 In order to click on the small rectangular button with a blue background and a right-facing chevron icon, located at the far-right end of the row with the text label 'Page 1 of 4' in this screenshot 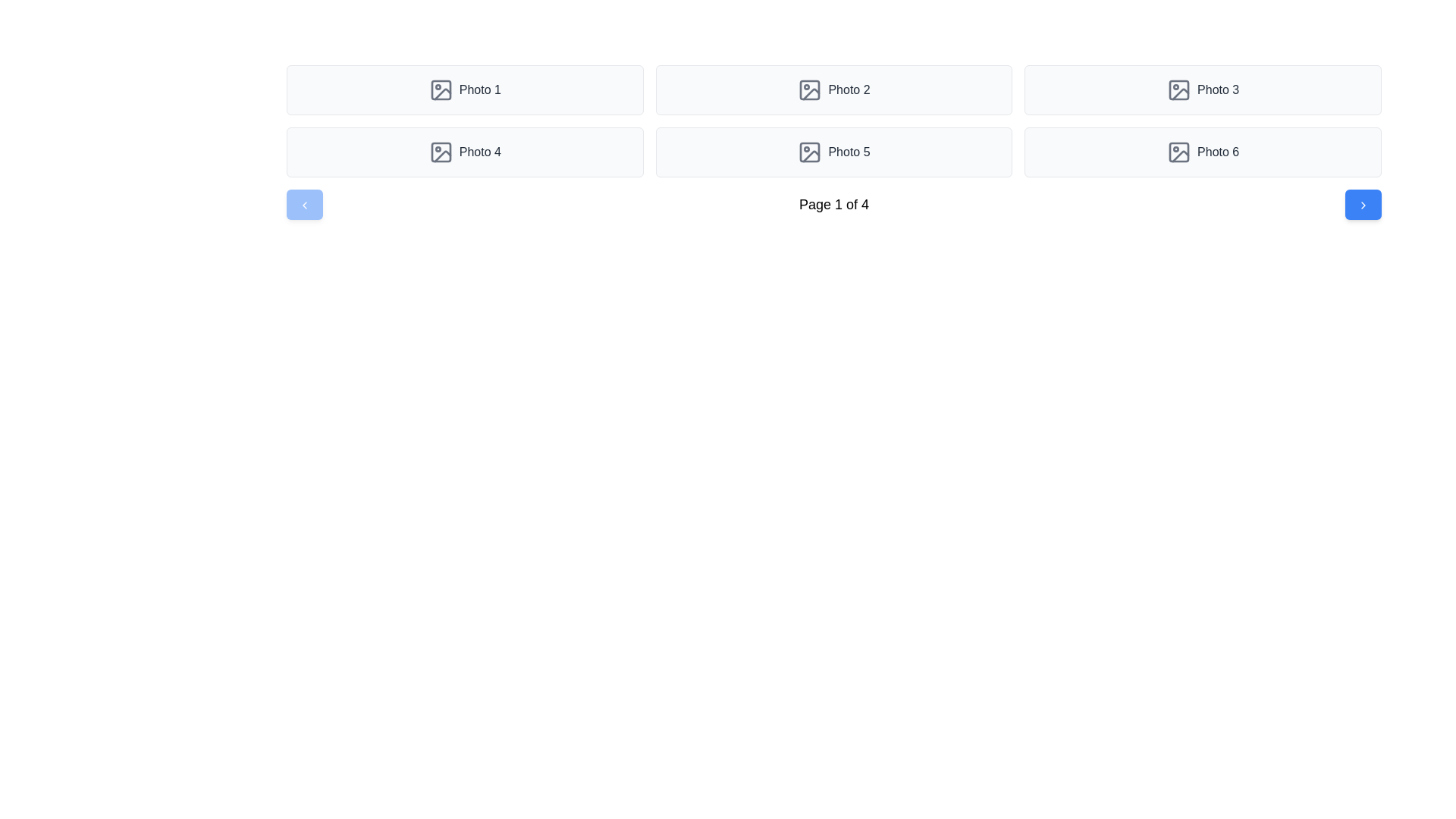, I will do `click(1363, 205)`.